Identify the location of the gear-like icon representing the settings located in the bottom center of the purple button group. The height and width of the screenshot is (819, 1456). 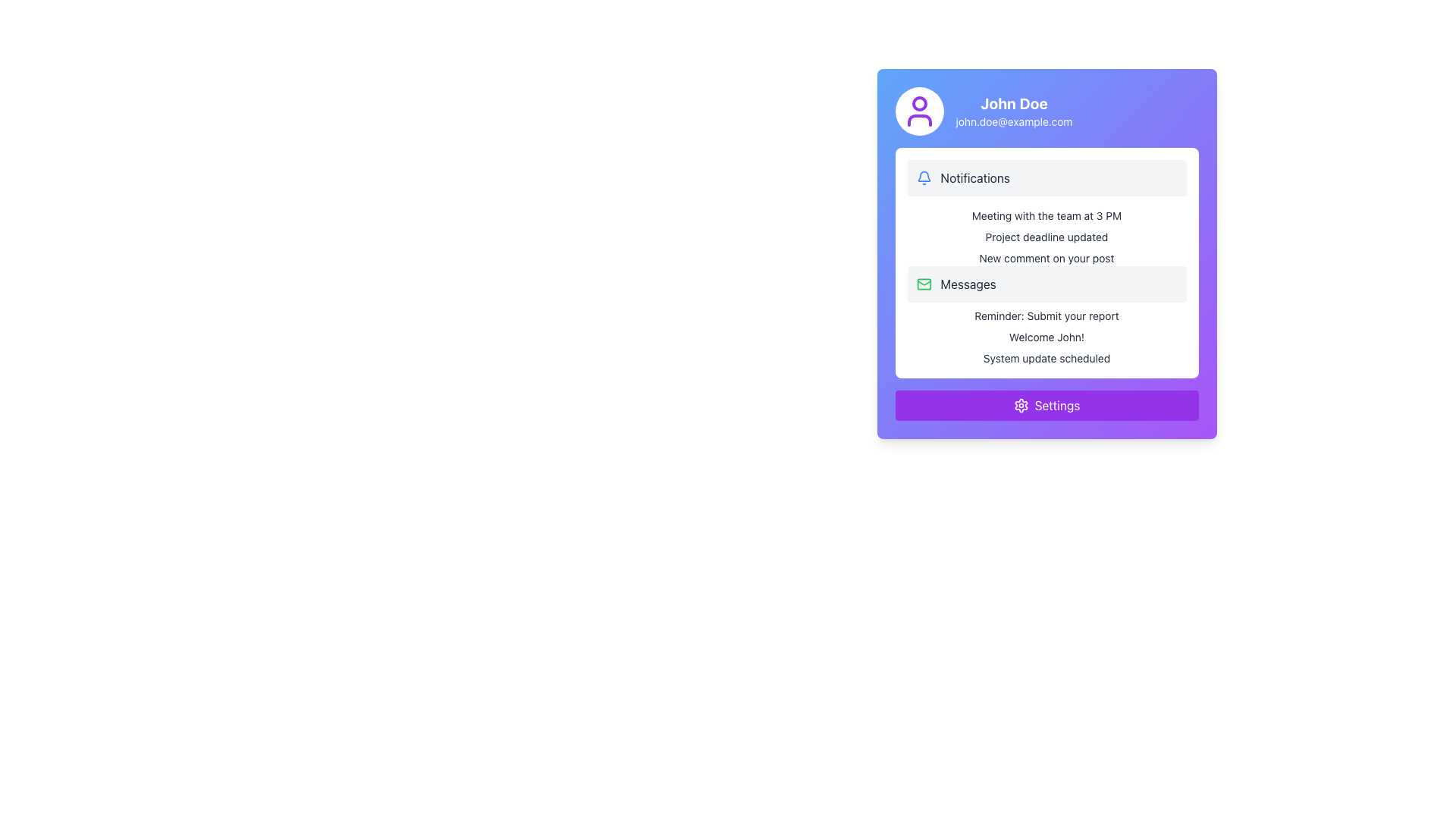
(1021, 405).